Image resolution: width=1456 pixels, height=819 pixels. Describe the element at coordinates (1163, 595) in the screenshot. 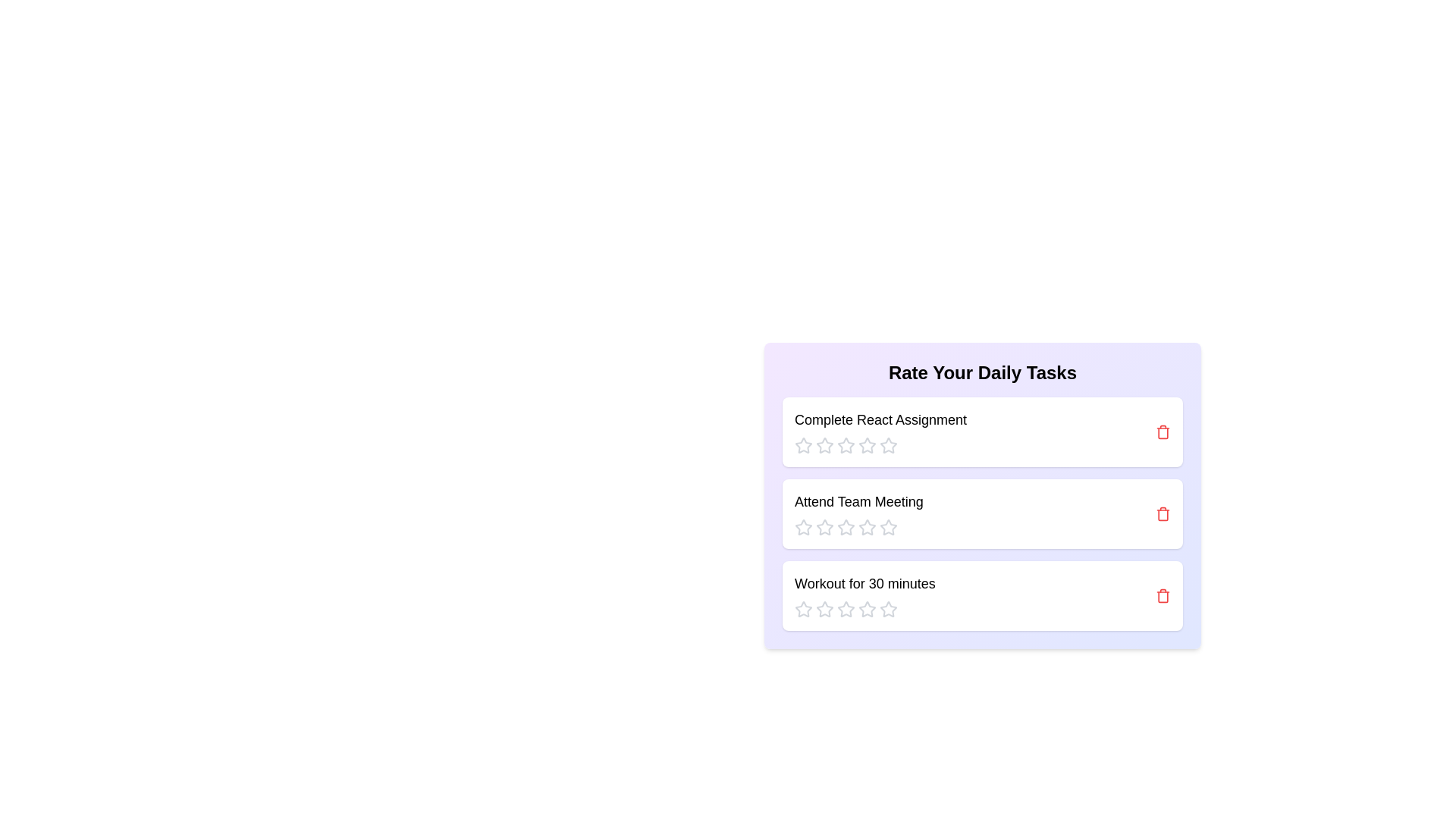

I see `trash icon to remove the task Workout for 30 minutes` at that location.